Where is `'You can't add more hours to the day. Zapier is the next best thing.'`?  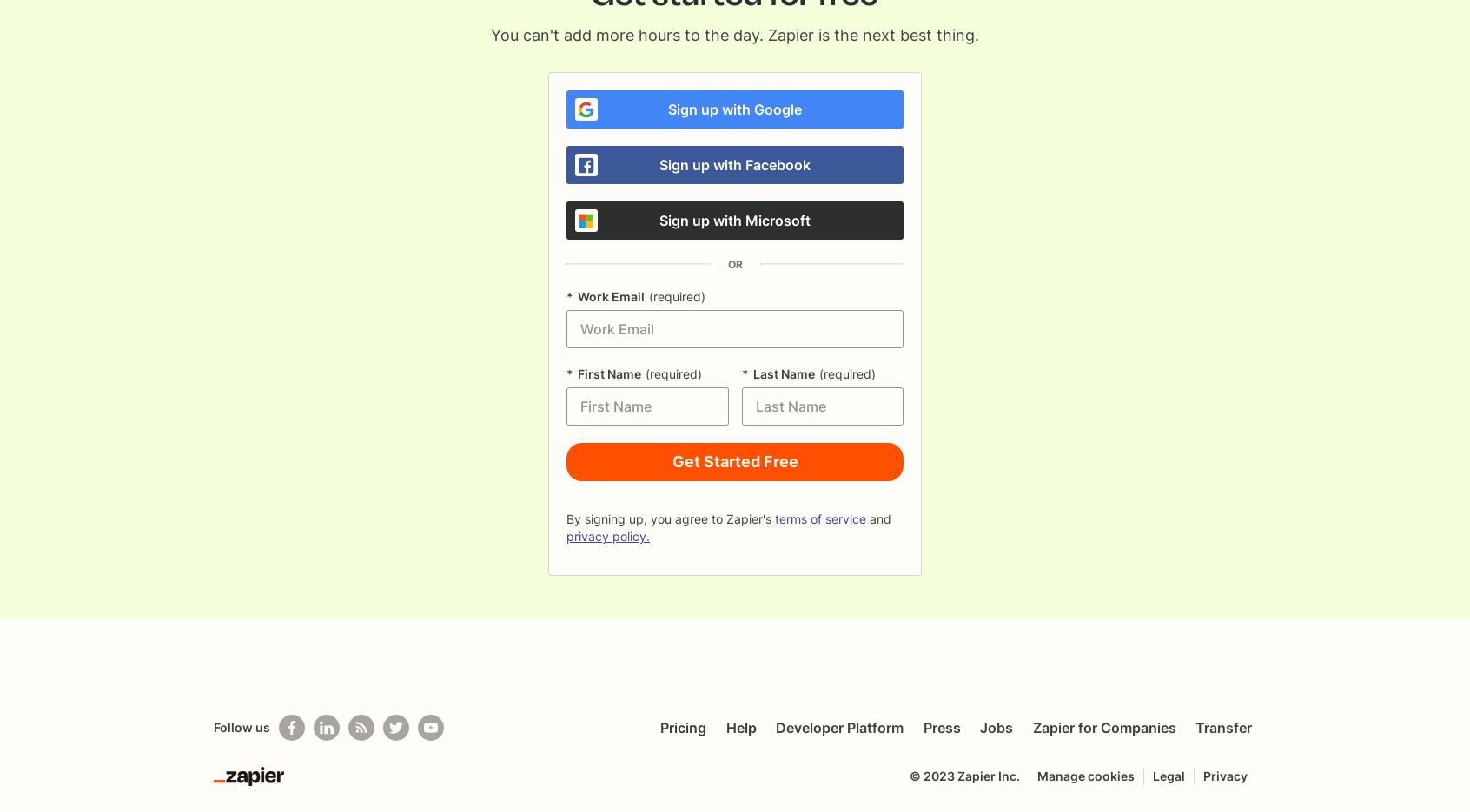 'You can't add more hours to the day. Zapier is the next best thing.' is located at coordinates (735, 34).